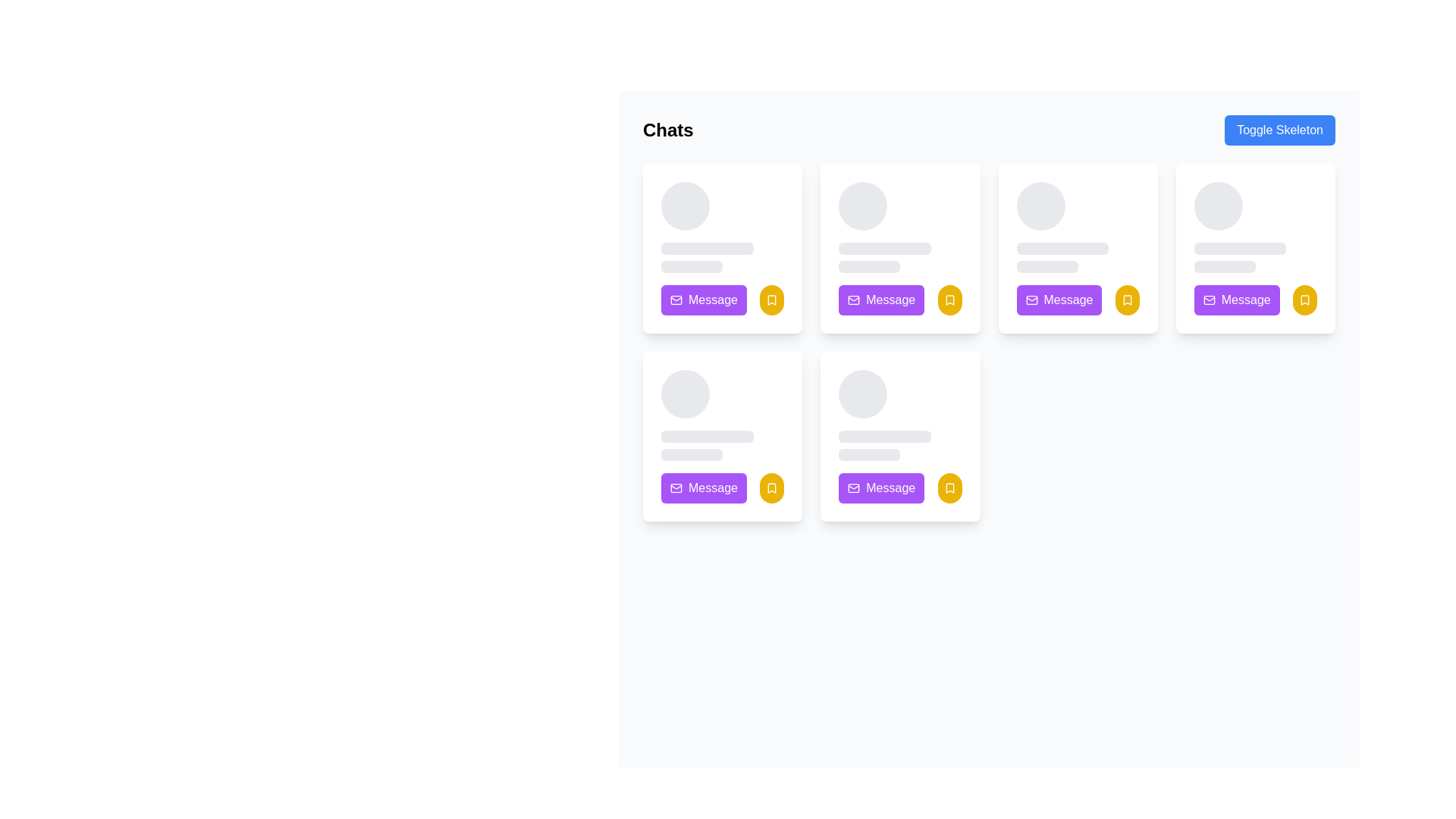 The image size is (1456, 819). What do you see at coordinates (885, 436) in the screenshot?
I see `the Placeholder rectangle located in the bottom-right card of the grid layout, which serves as a visual placeholder within a loading UI` at bounding box center [885, 436].